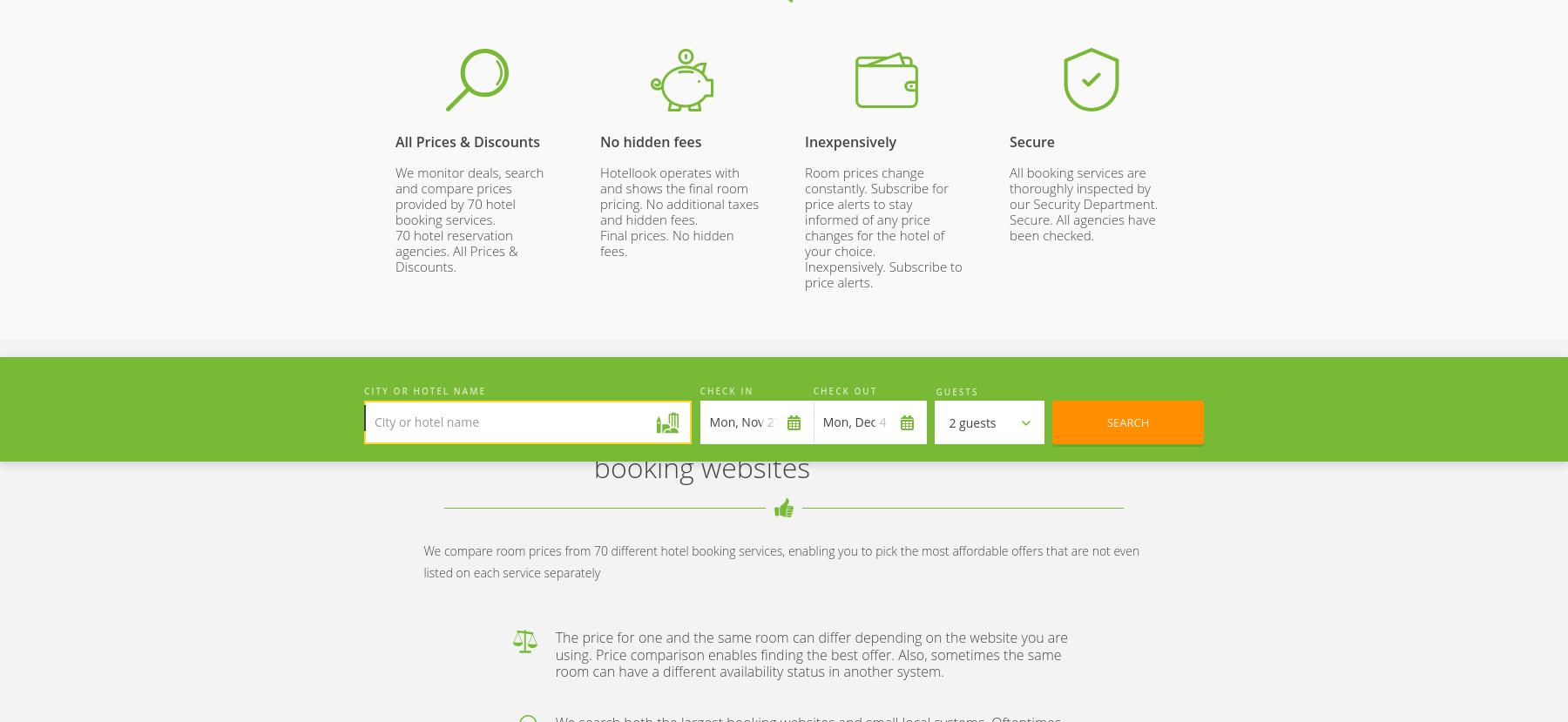 The image size is (1568, 722). What do you see at coordinates (1091, 106) in the screenshot?
I see `'644 000'` at bounding box center [1091, 106].